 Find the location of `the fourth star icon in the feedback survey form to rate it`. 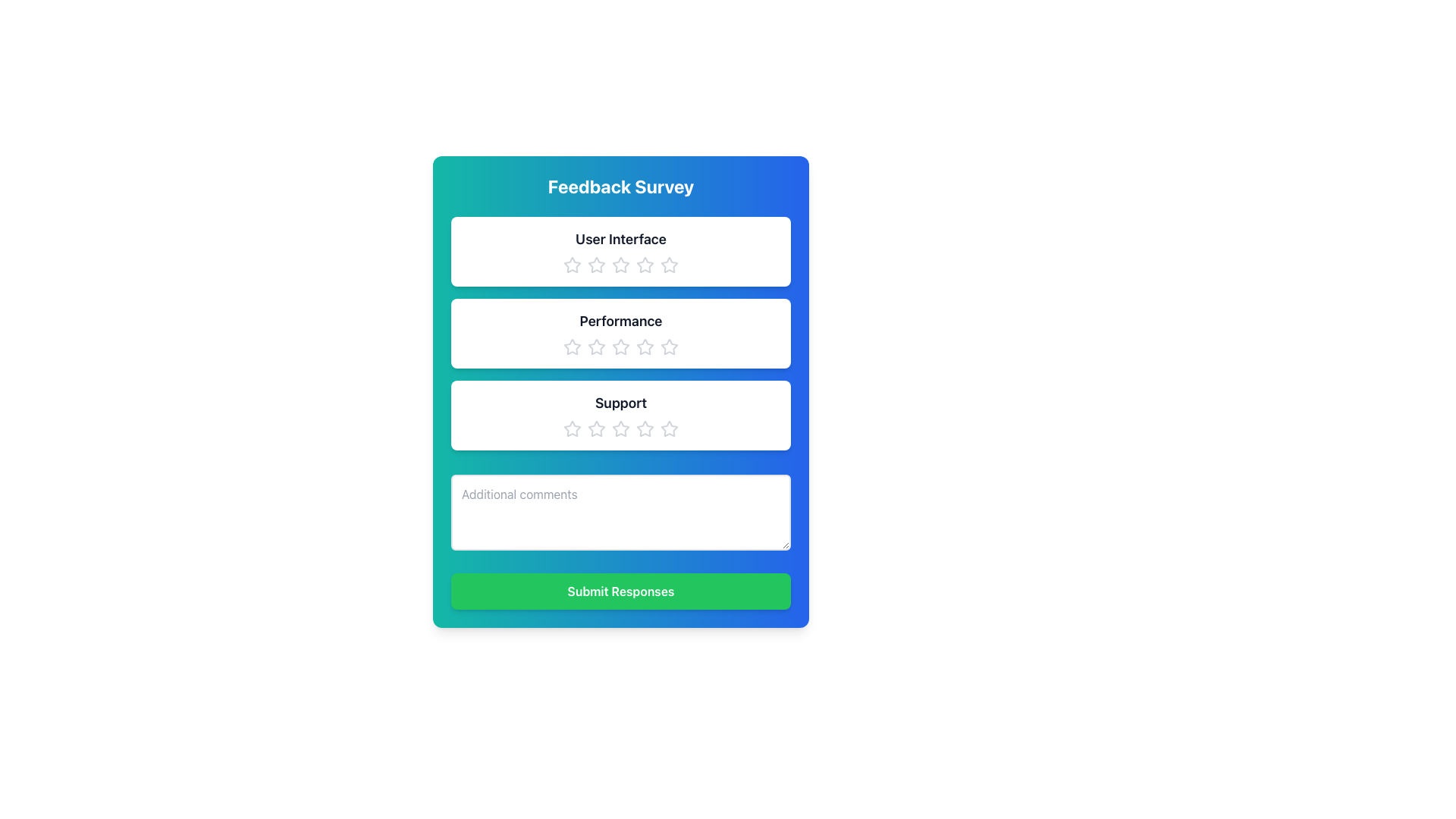

the fourth star icon in the feedback survey form to rate it is located at coordinates (645, 265).